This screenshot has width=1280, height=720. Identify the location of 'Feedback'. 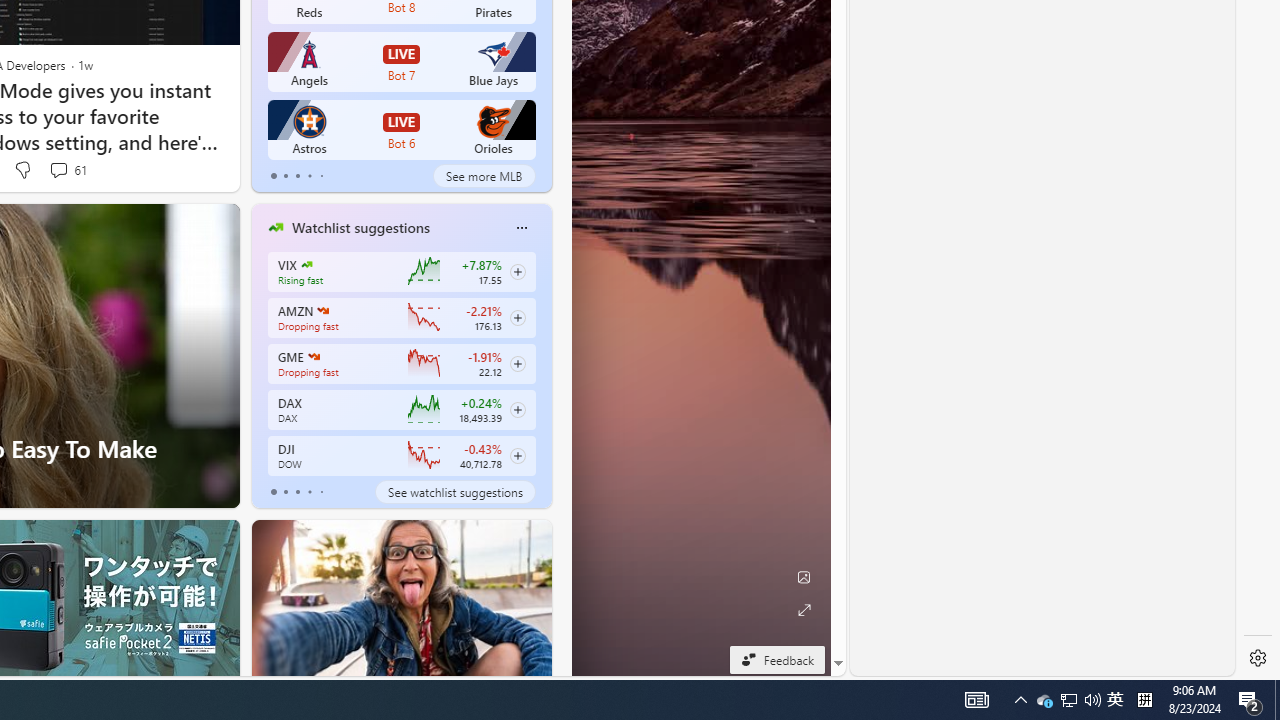
(776, 659).